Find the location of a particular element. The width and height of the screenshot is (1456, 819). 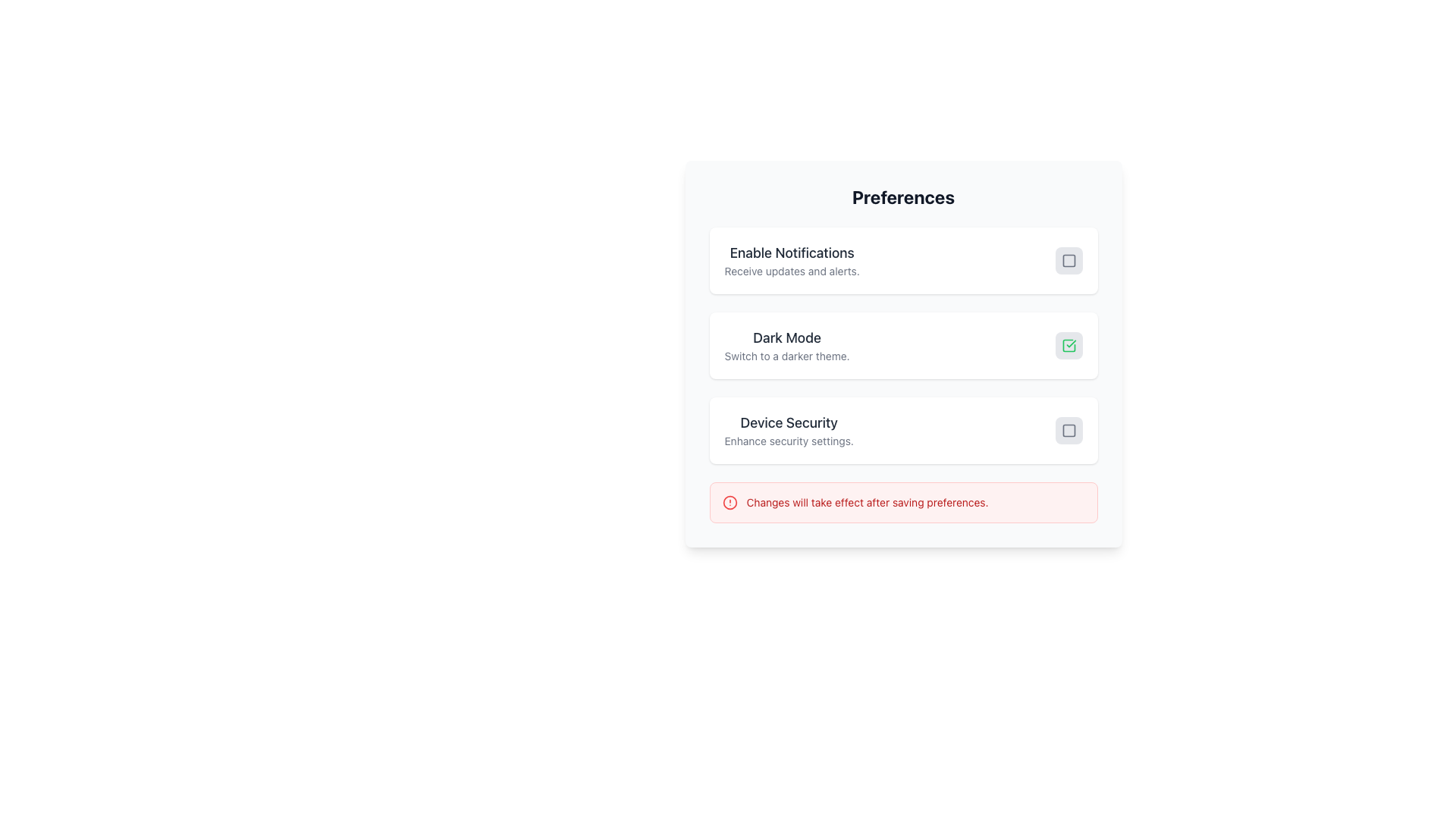

the descriptive text label for the 'Device Security' section located below the title 'Device Security' in the preferences menu is located at coordinates (789, 441).